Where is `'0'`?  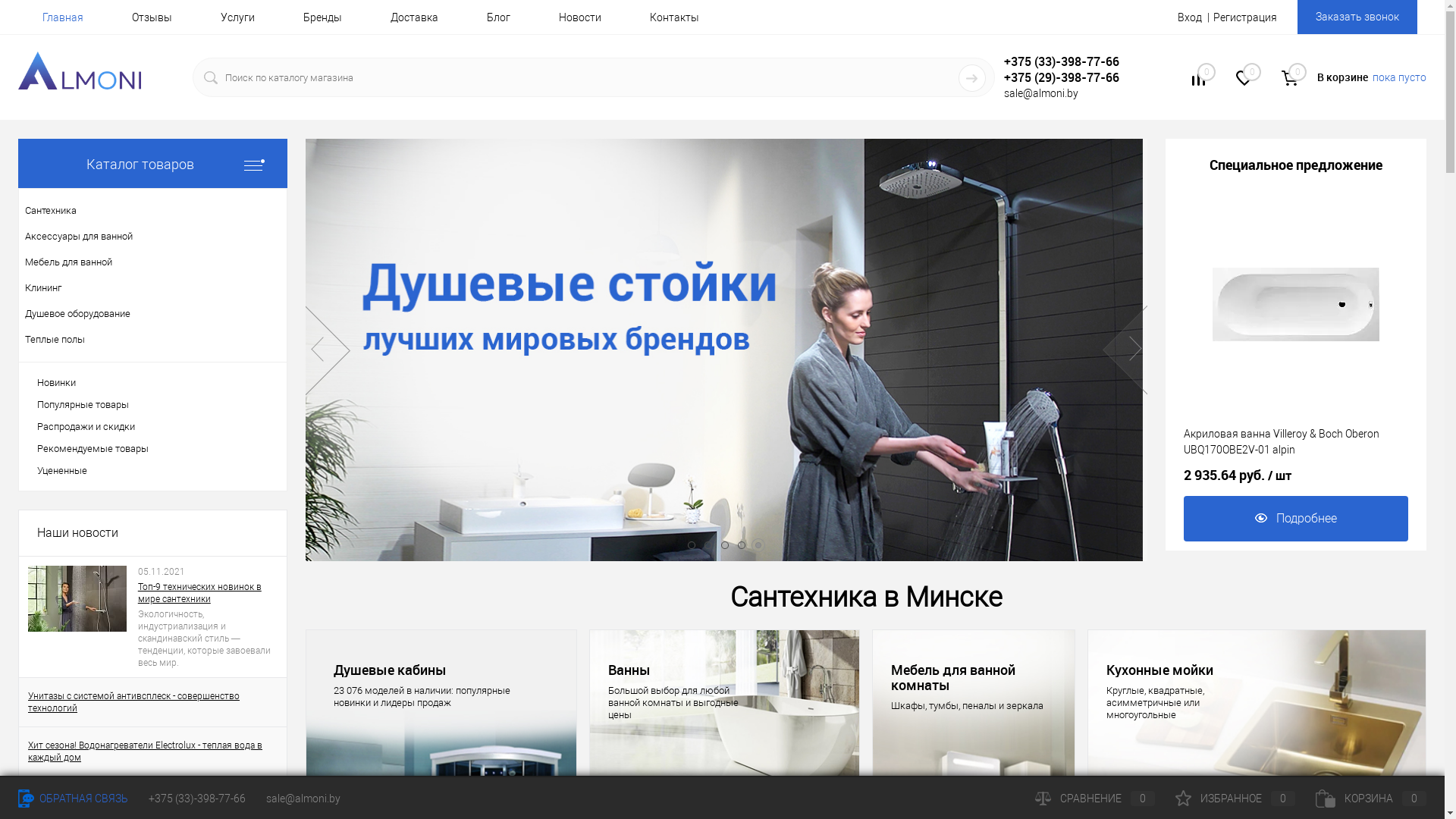 '0' is located at coordinates (1197, 80).